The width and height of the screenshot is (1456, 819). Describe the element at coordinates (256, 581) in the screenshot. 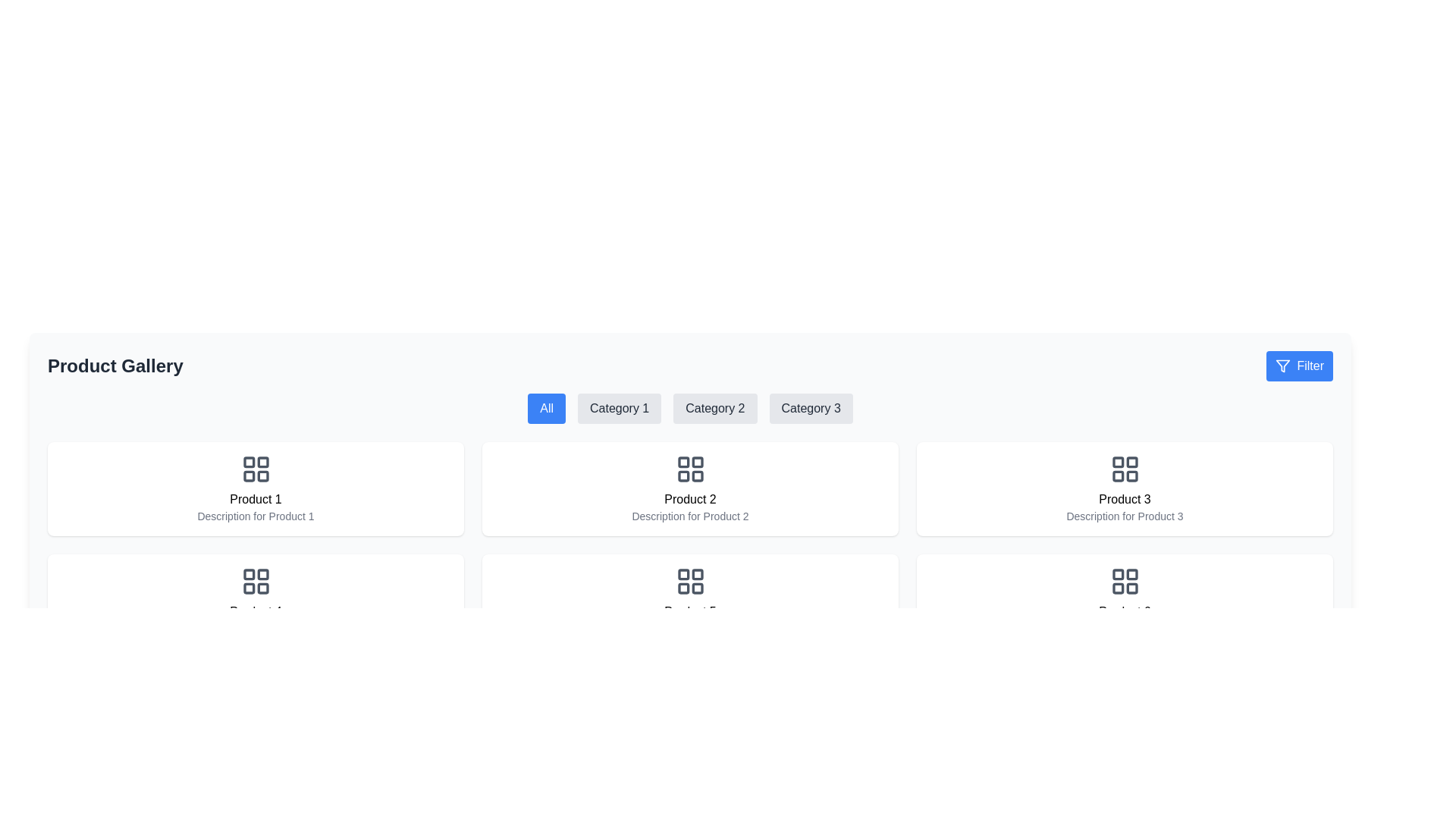

I see `the grid layout SVG icon located above the 'Product 4' text in the second row of the product grid using keyboard shortcuts` at that location.